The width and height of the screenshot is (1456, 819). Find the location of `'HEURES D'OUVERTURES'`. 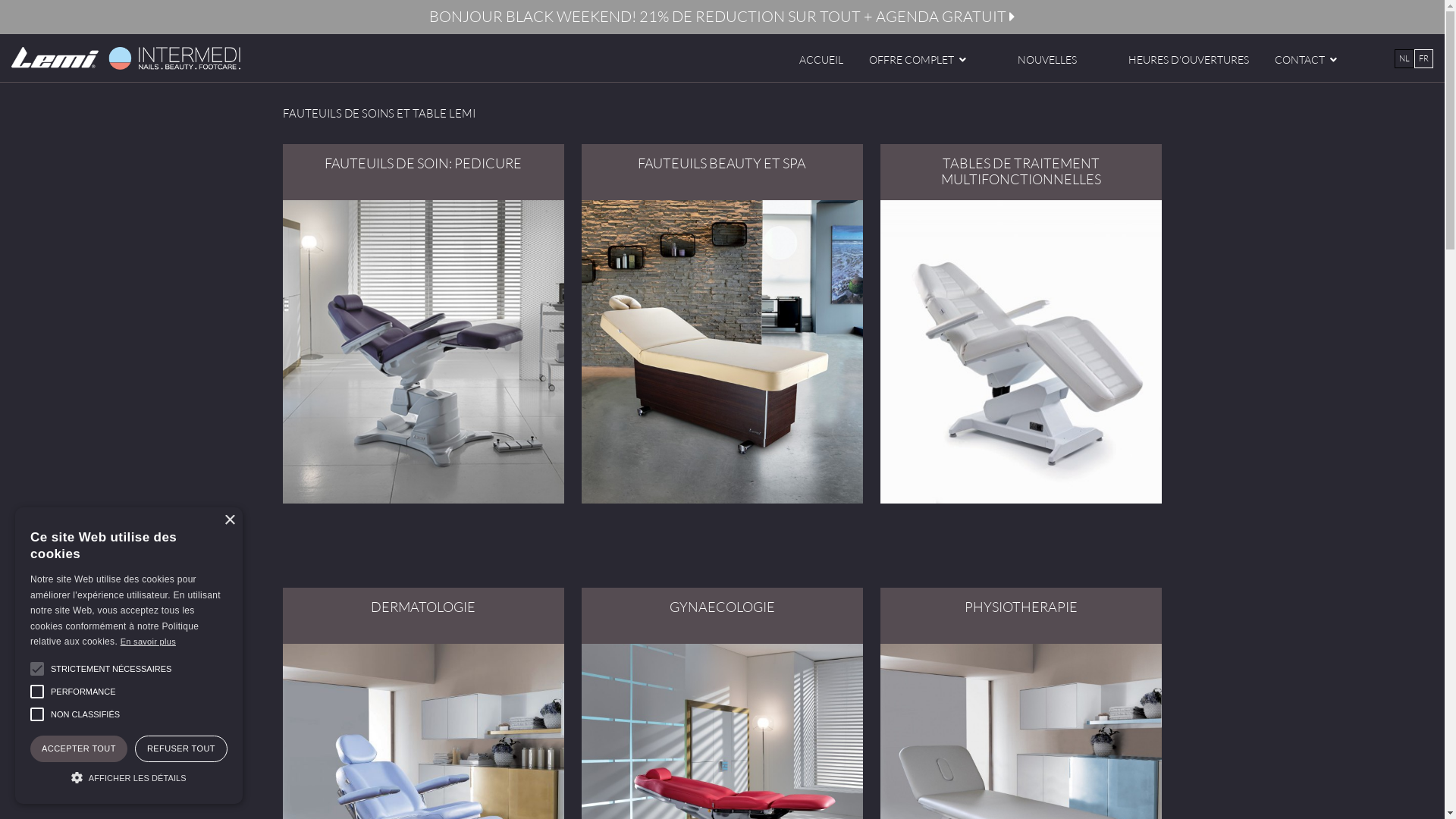

'HEURES D'OUVERTURES' is located at coordinates (1188, 58).